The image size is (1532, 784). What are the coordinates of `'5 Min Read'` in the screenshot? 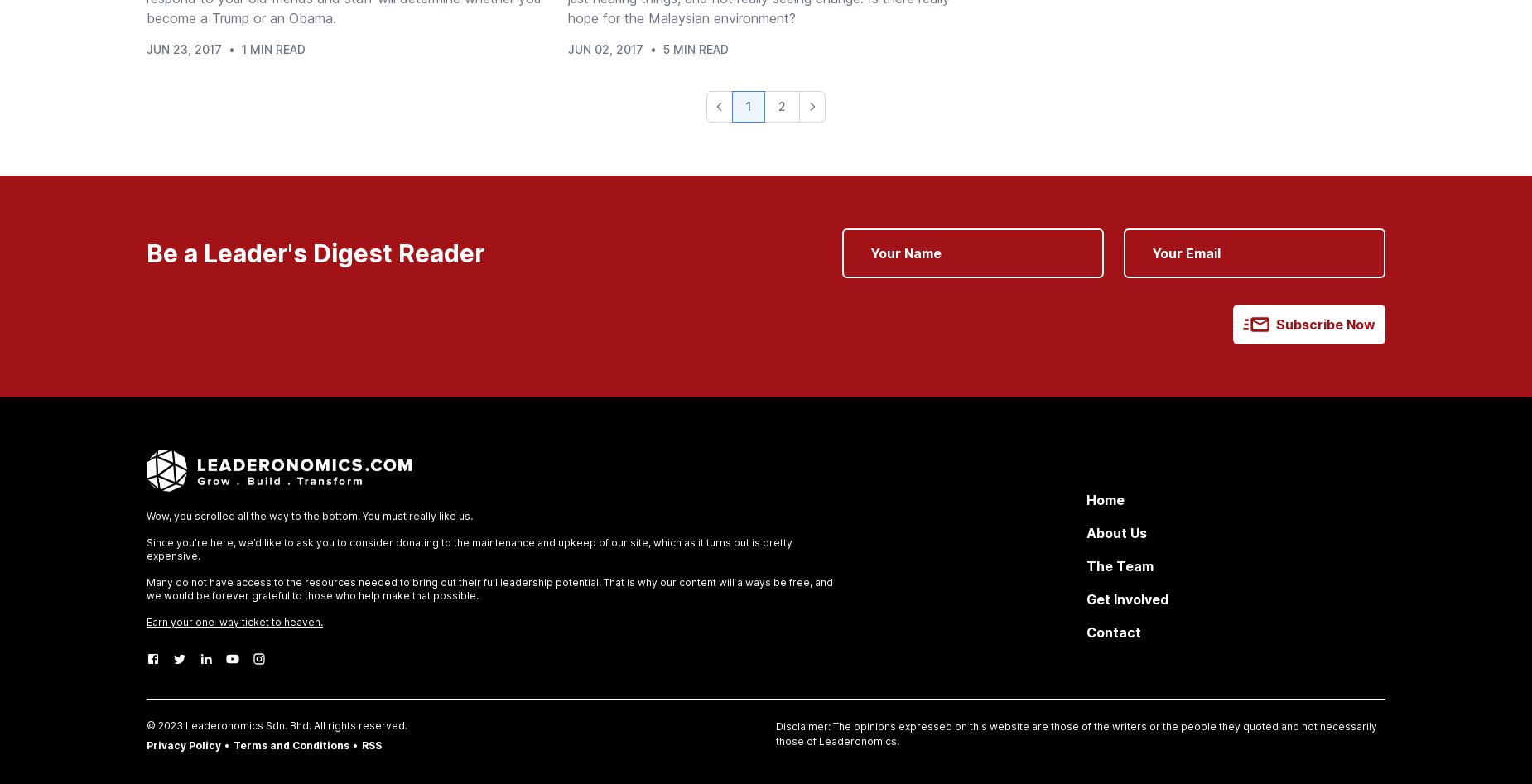 It's located at (696, 49).